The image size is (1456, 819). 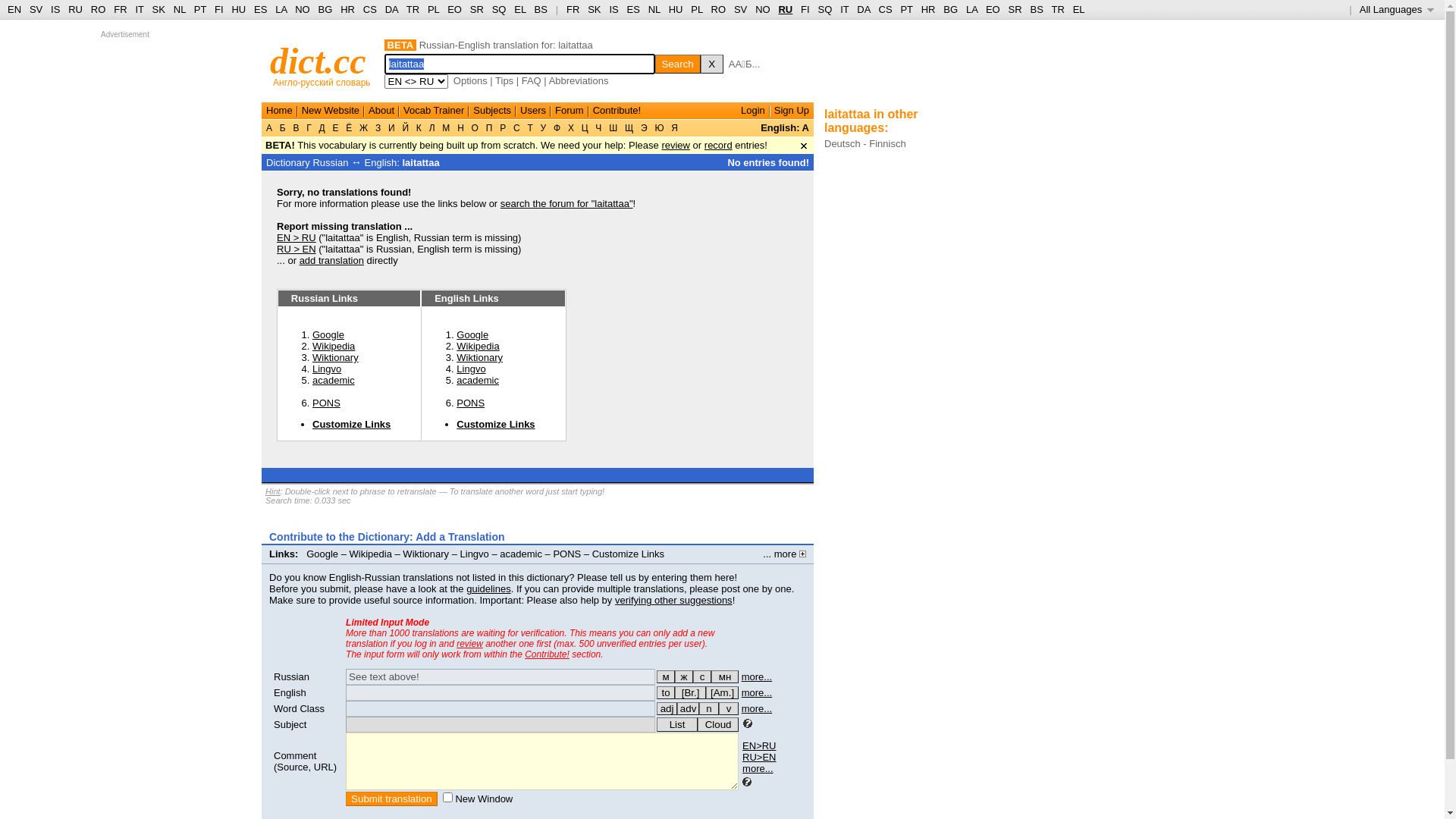 What do you see at coordinates (199, 9) in the screenshot?
I see `'PT'` at bounding box center [199, 9].